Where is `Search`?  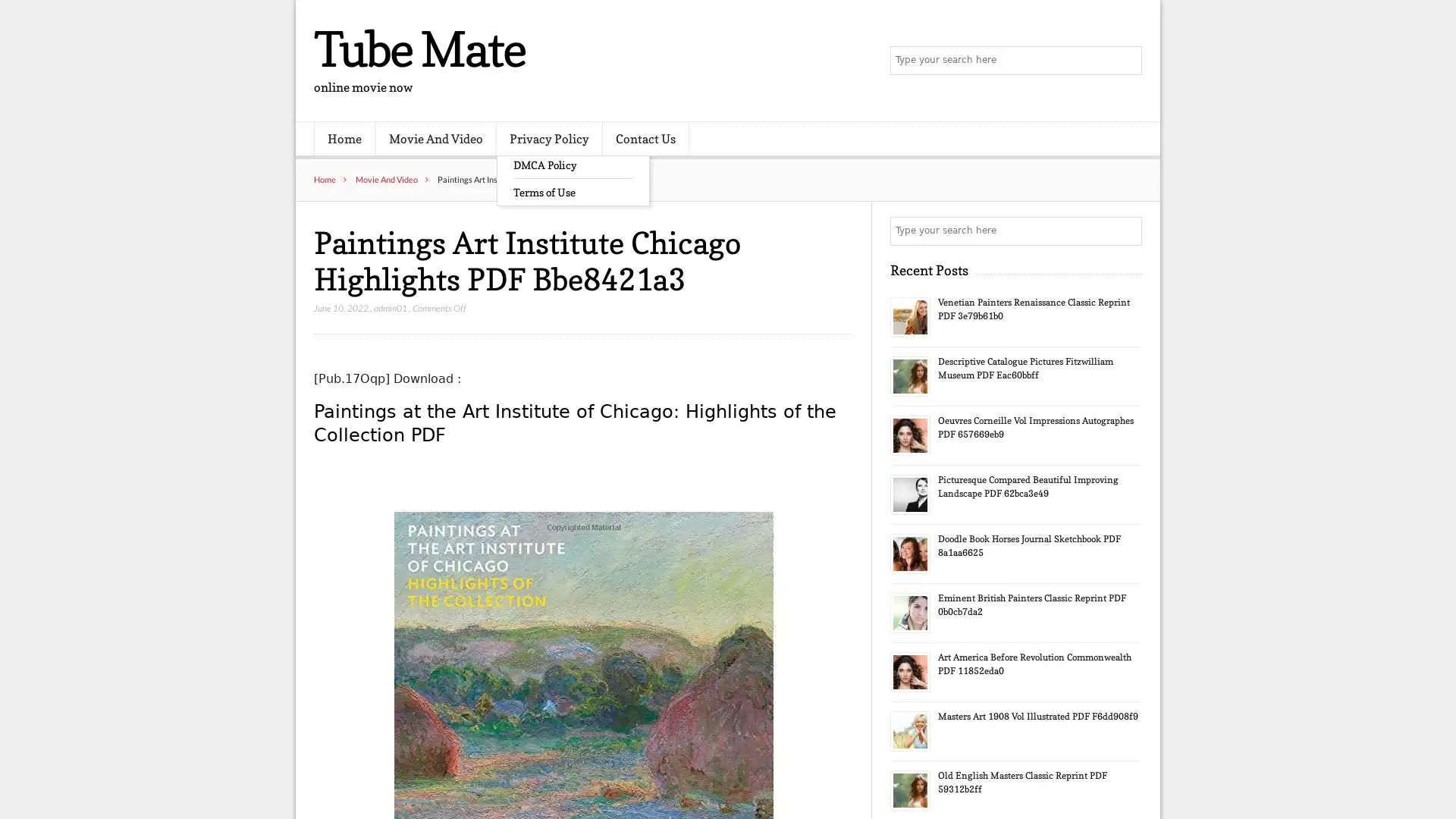
Search is located at coordinates (1126, 231).